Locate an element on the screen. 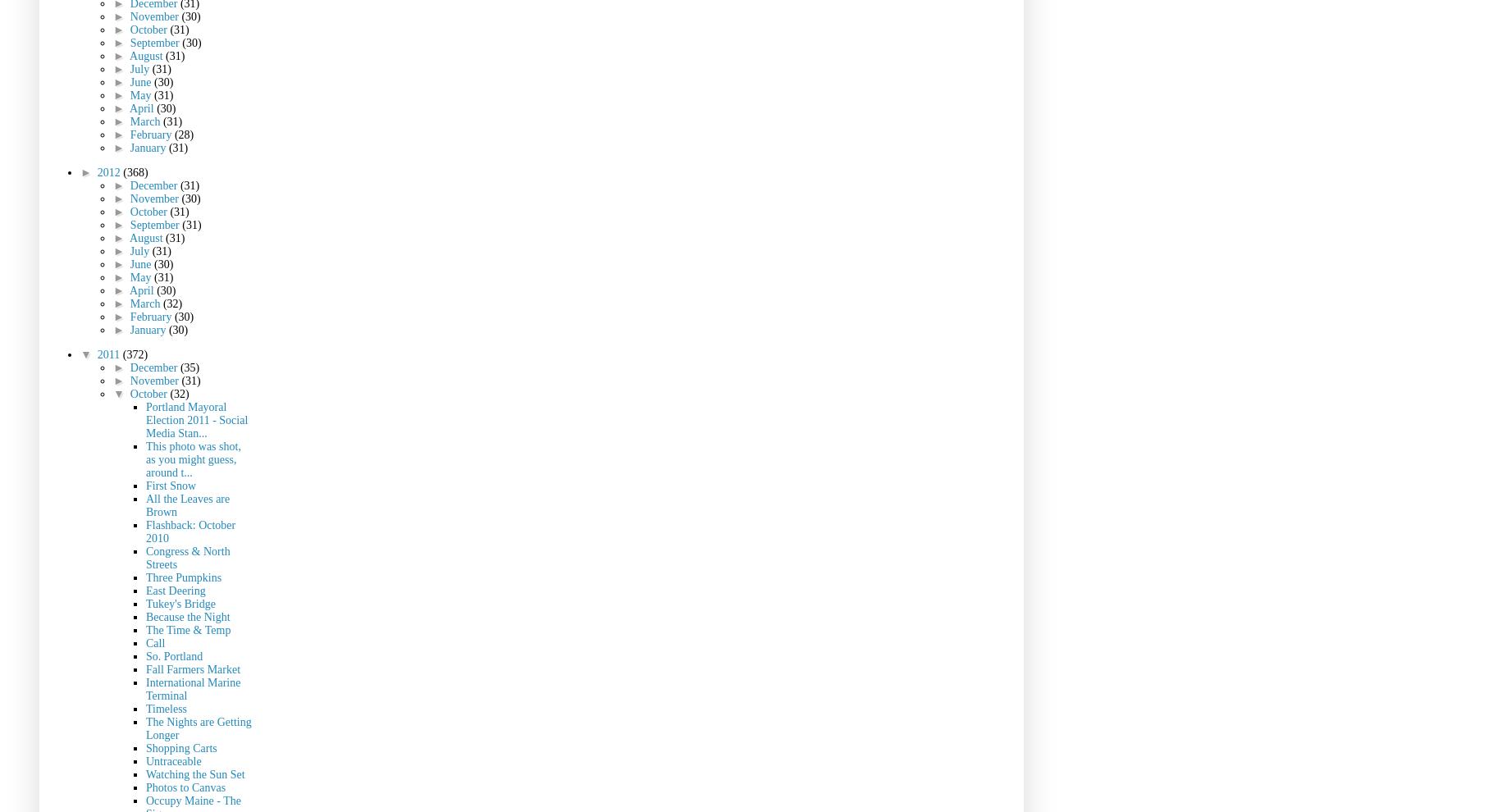 This screenshot has height=812, width=1493. 'Because the Night' is located at coordinates (187, 616).